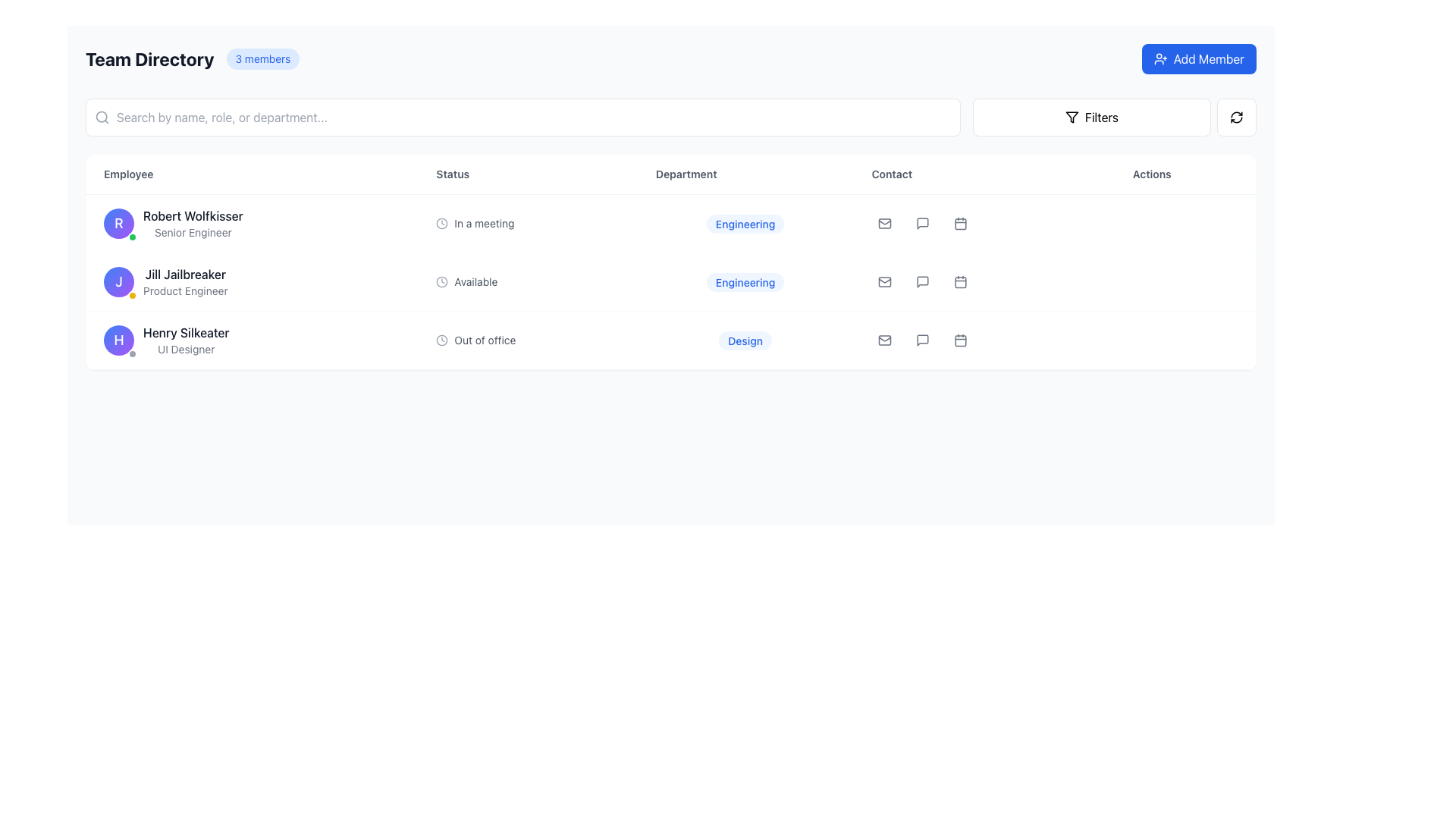 The height and width of the screenshot is (819, 1456). What do you see at coordinates (884, 223) in the screenshot?
I see `the email button located in the 'Contact' column of the second row of the table to initiate an email action for the respective team member` at bounding box center [884, 223].